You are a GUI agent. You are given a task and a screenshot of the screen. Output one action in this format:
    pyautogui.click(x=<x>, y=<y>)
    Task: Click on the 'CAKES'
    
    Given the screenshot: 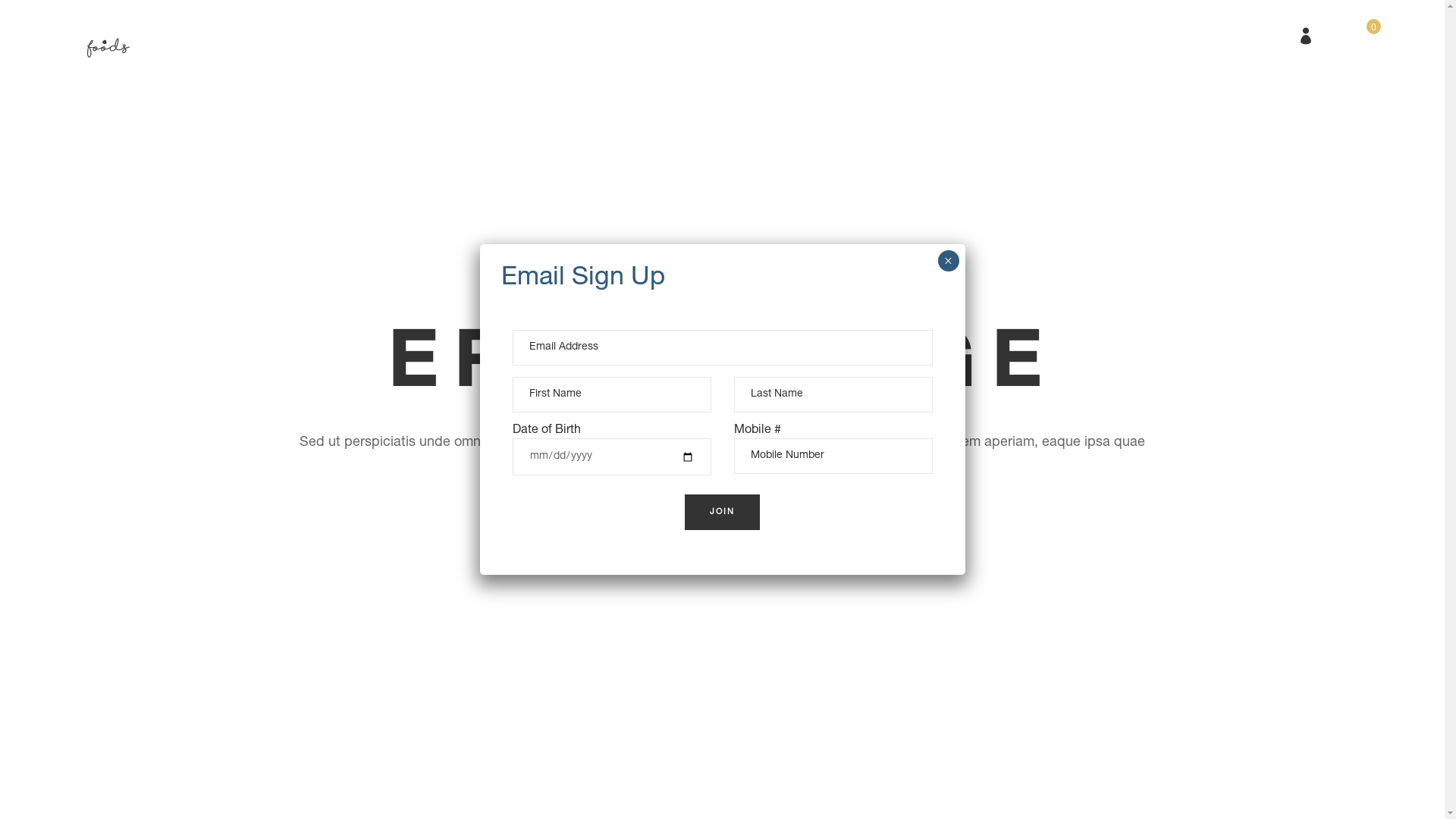 What is the action you would take?
    pyautogui.click(x=637, y=34)
    